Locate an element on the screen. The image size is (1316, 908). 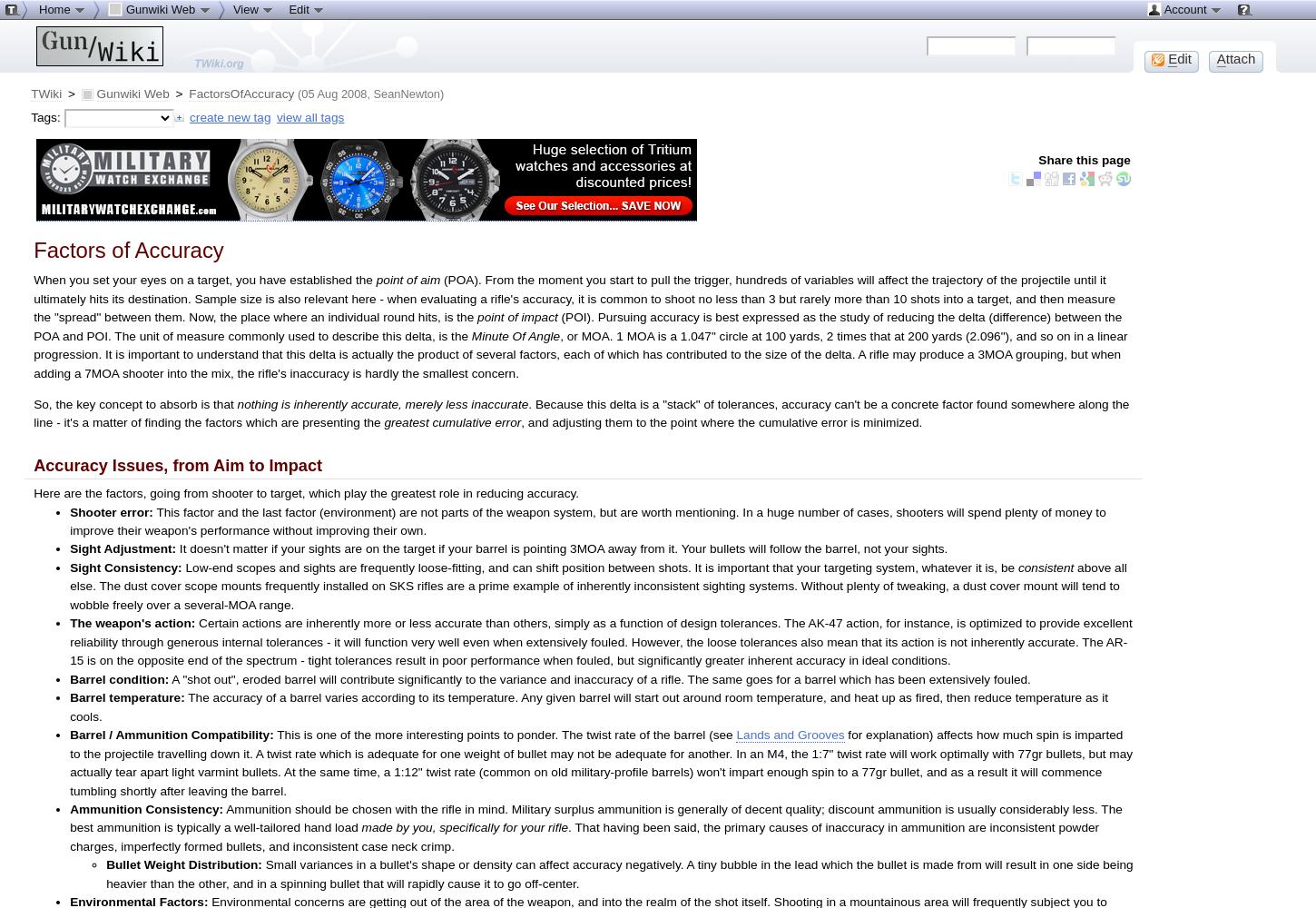
'TWiki web' is located at coordinates (54, 189).